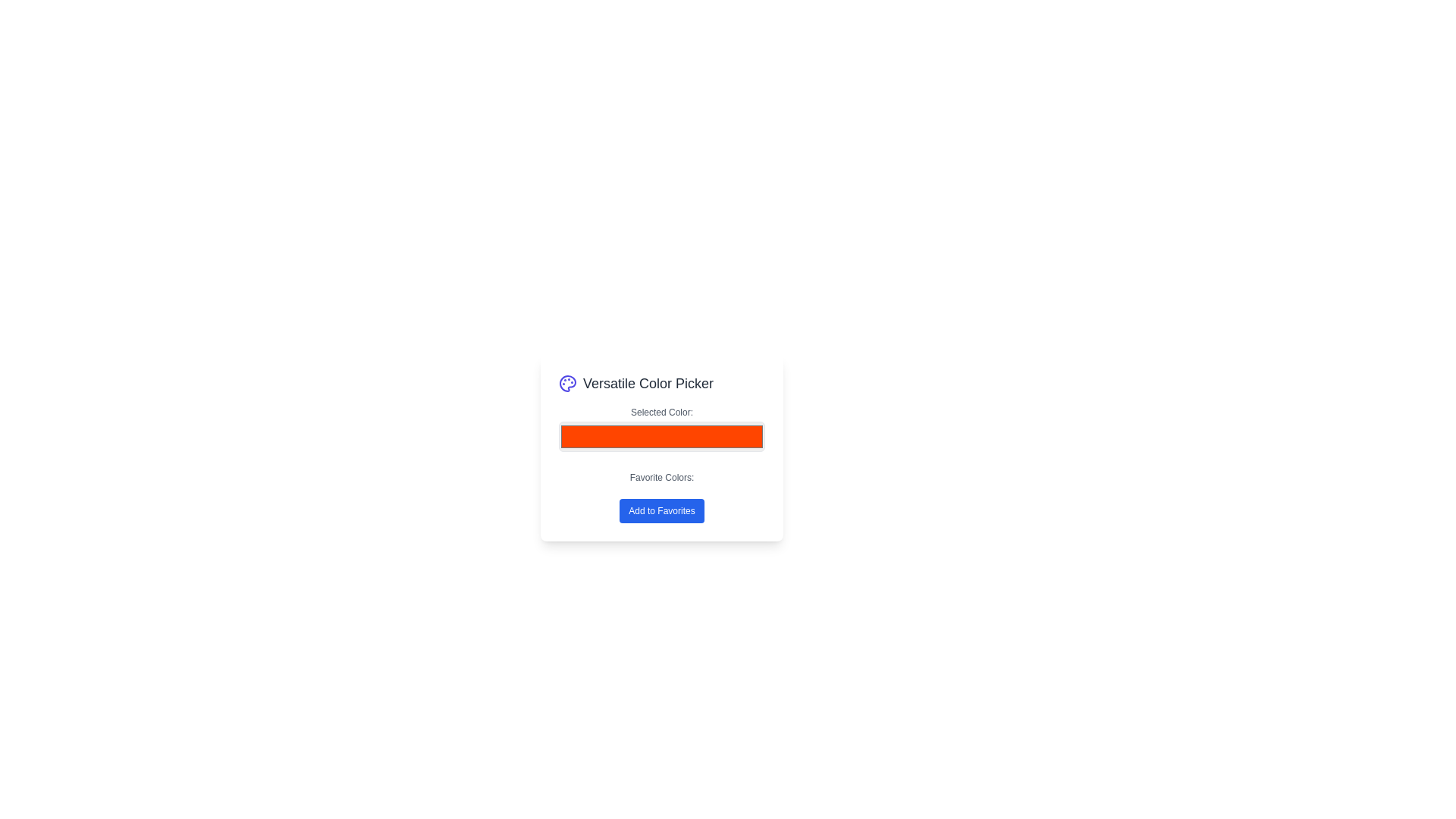  I want to click on the descriptive text label positioned at the top-center of the interface above the color selection box, so click(662, 412).